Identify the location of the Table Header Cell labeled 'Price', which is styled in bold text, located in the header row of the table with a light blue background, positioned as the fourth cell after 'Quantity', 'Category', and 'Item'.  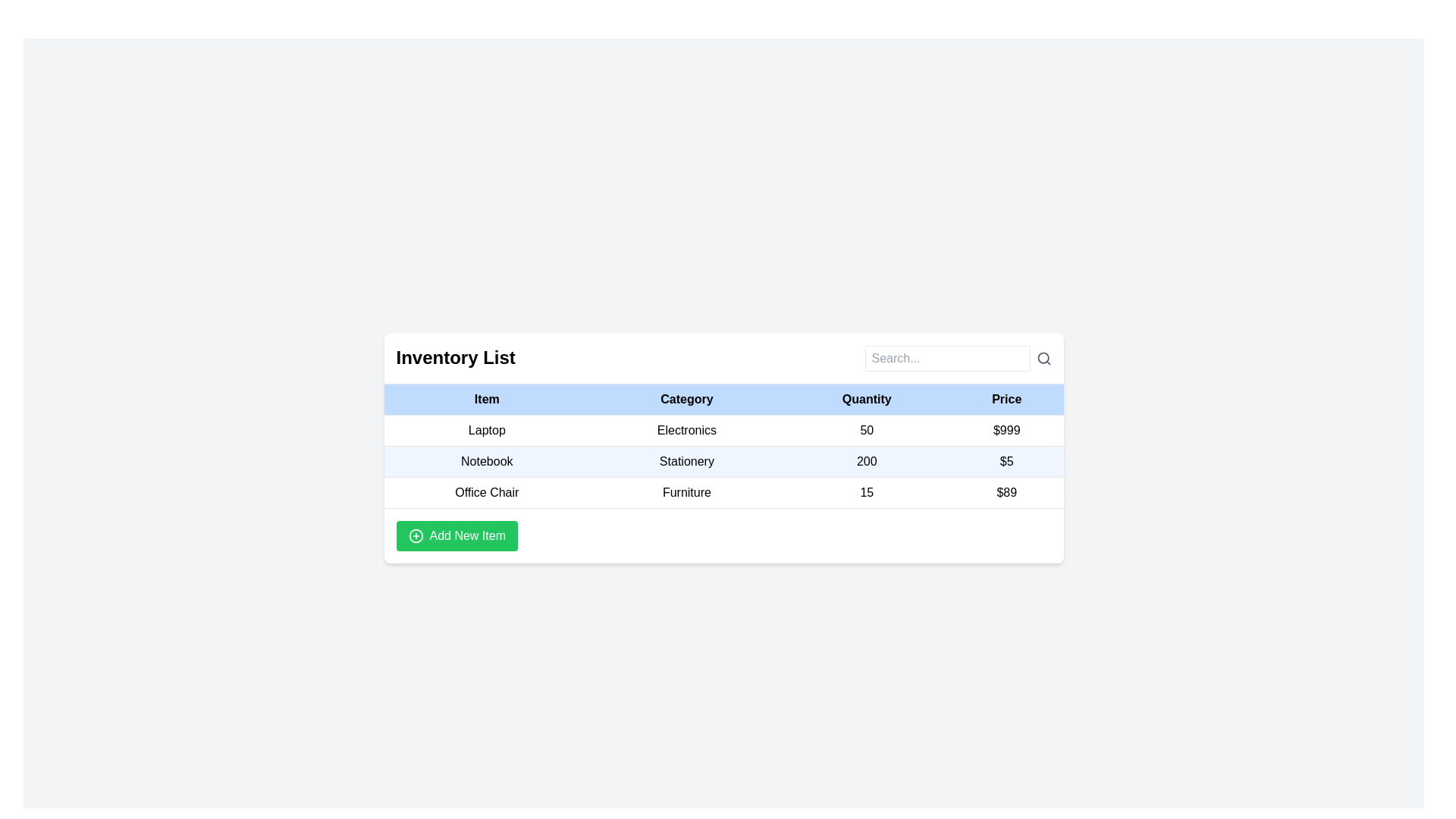
(1006, 398).